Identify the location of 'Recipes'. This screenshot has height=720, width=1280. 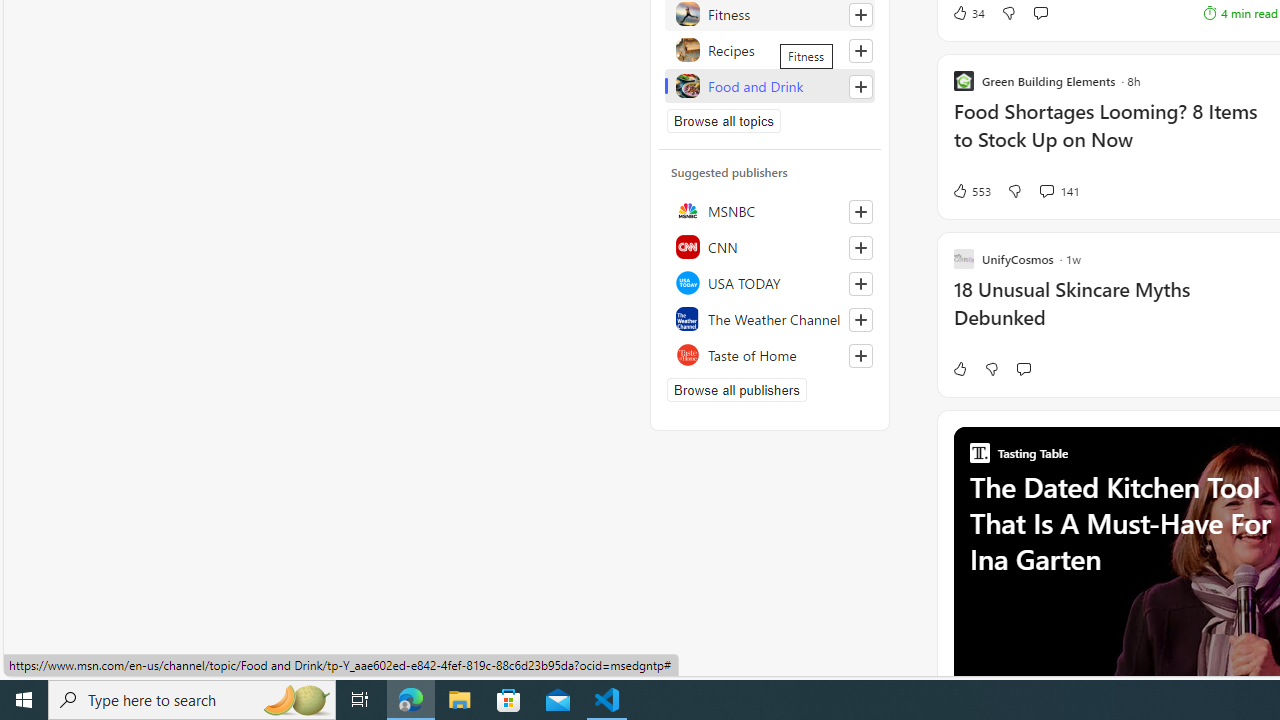
(769, 49).